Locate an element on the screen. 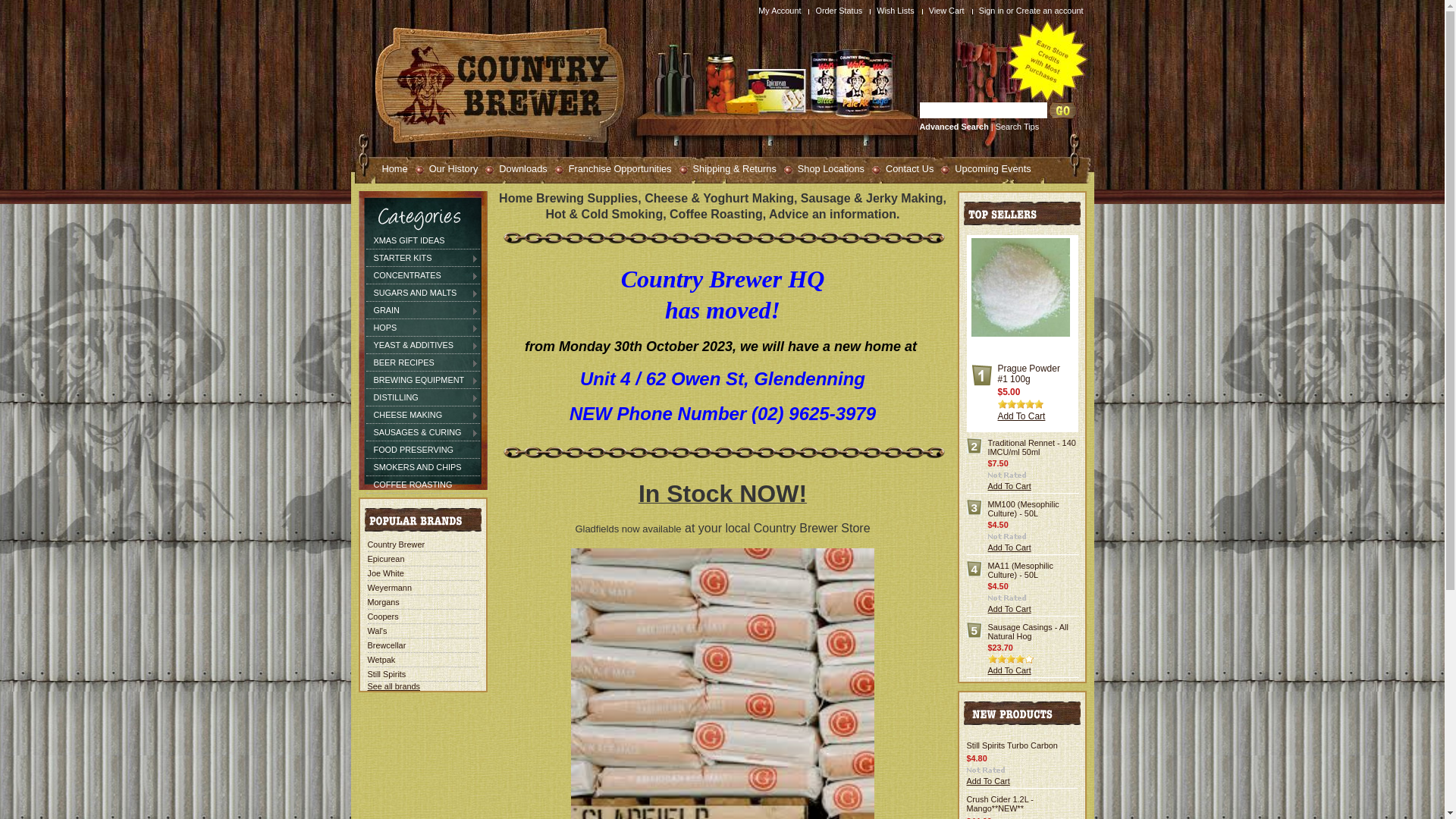 The width and height of the screenshot is (1456, 819). 'Prague Powder #1 100g' is located at coordinates (1029, 374).